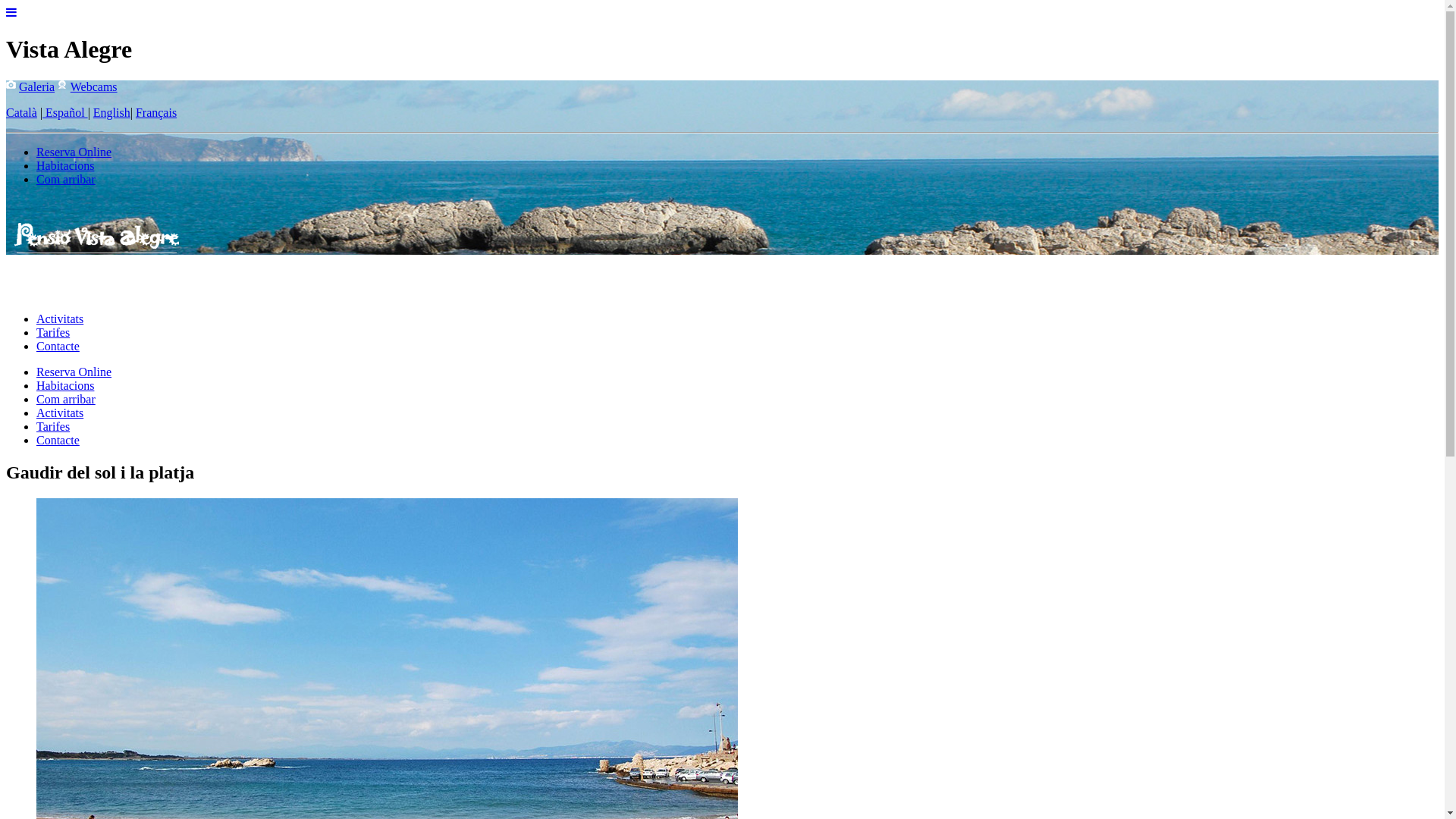 This screenshot has width=1456, height=819. I want to click on 'Com arribar', so click(36, 398).